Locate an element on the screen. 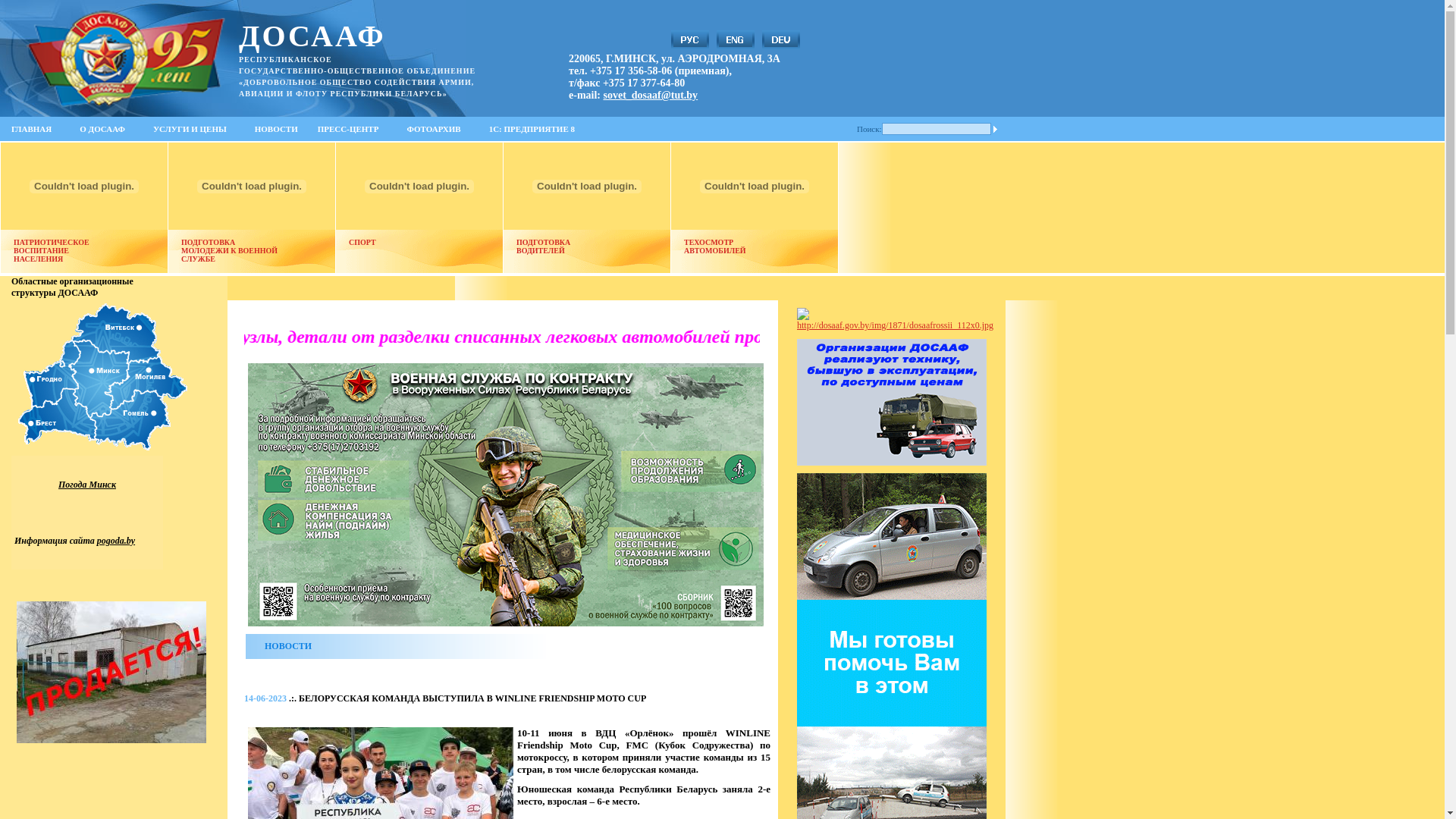 The image size is (1456, 819). 'pogoda.by' is located at coordinates (115, 540).